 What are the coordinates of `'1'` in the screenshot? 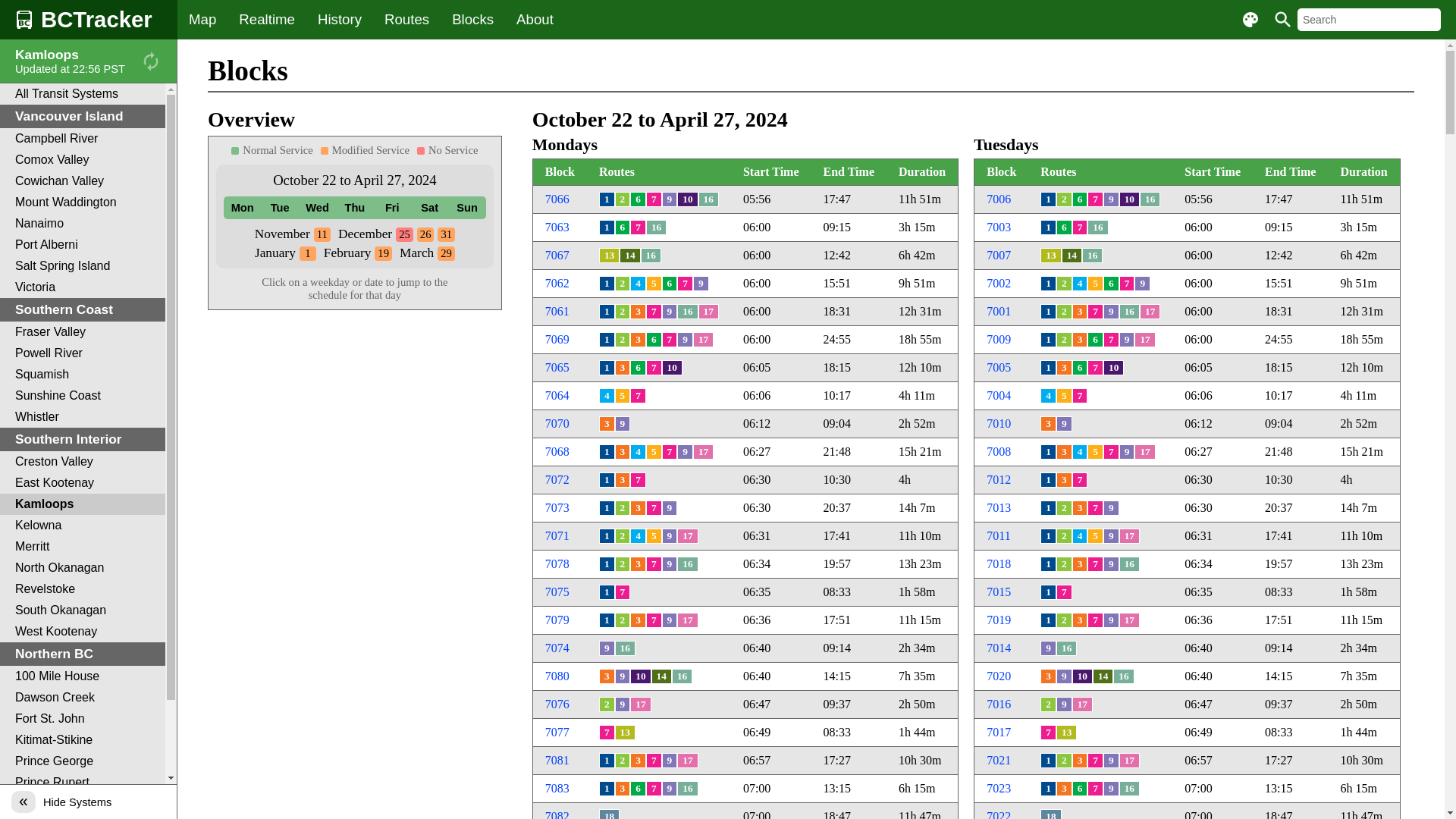 It's located at (1047, 591).